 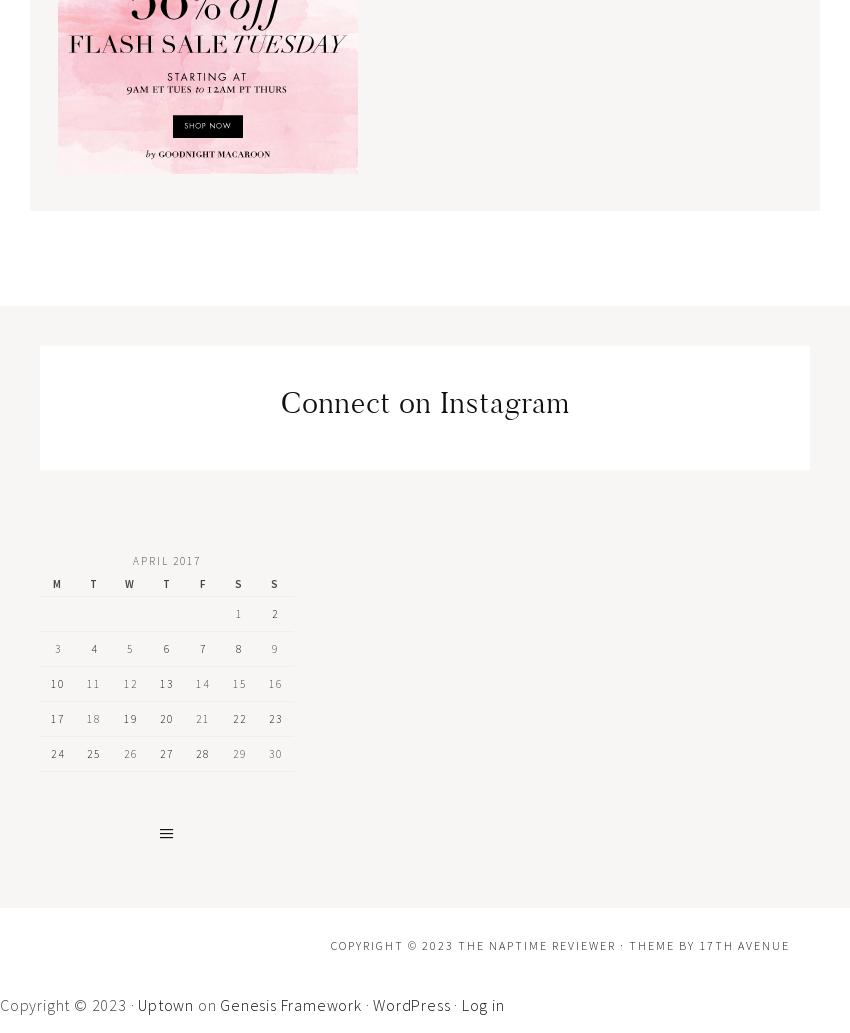 I want to click on '12', so click(x=129, y=682).